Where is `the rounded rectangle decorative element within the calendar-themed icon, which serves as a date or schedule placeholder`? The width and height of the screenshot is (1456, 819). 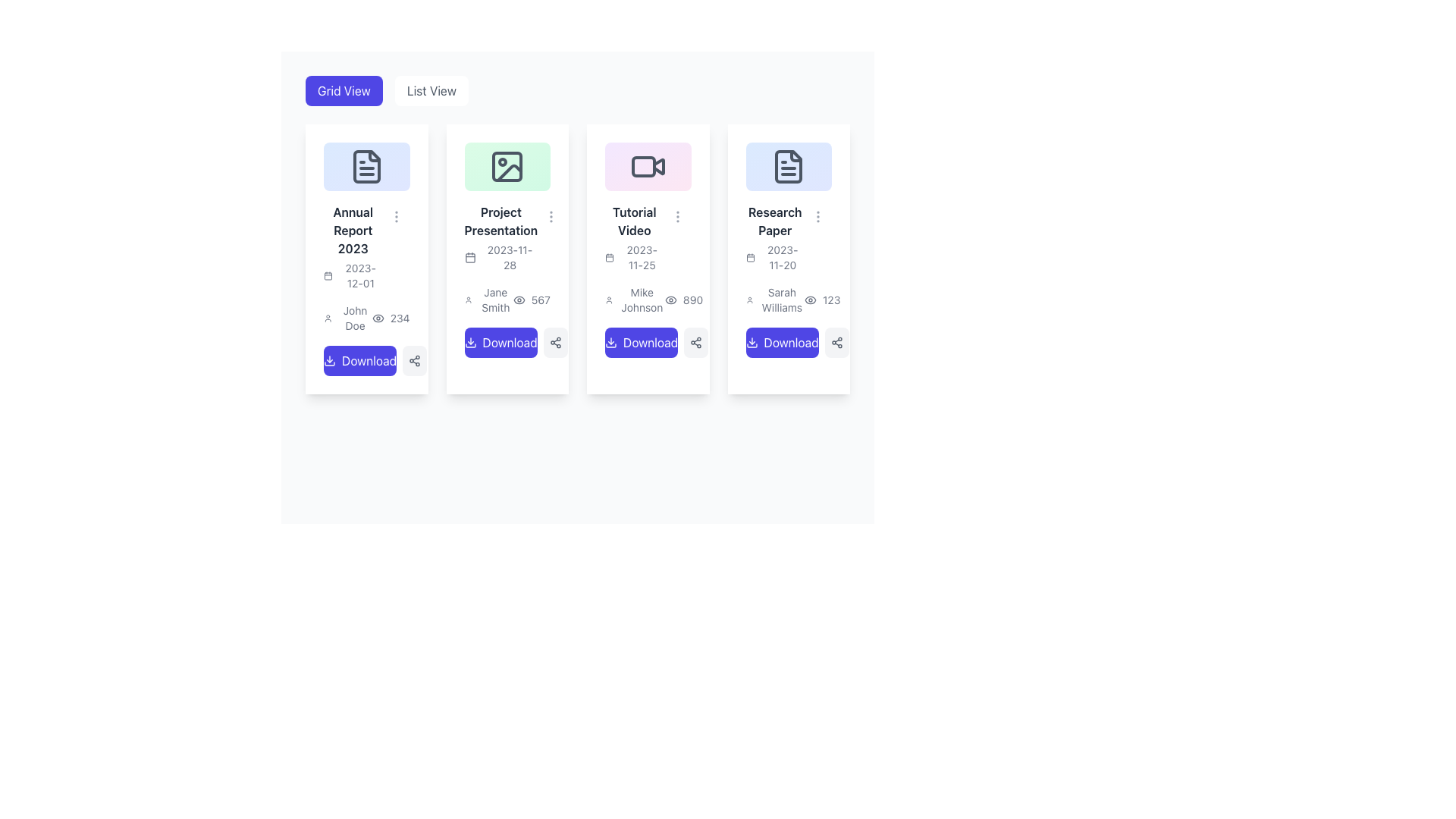
the rounded rectangle decorative element within the calendar-themed icon, which serves as a date or schedule placeholder is located at coordinates (327, 276).